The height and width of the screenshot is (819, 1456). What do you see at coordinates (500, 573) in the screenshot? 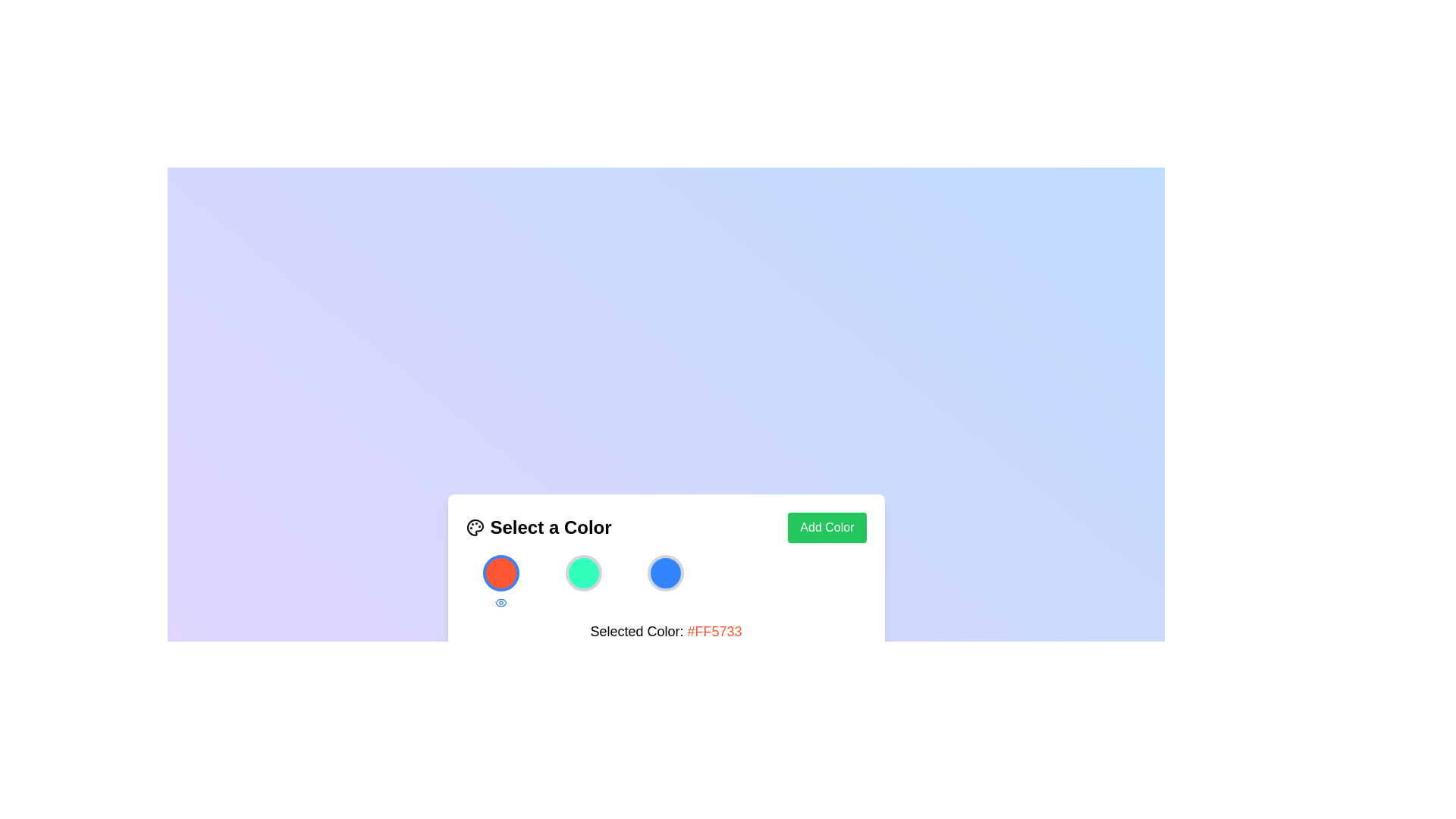
I see `the first circular button representing the color red with RGB code #FF5733` at bounding box center [500, 573].